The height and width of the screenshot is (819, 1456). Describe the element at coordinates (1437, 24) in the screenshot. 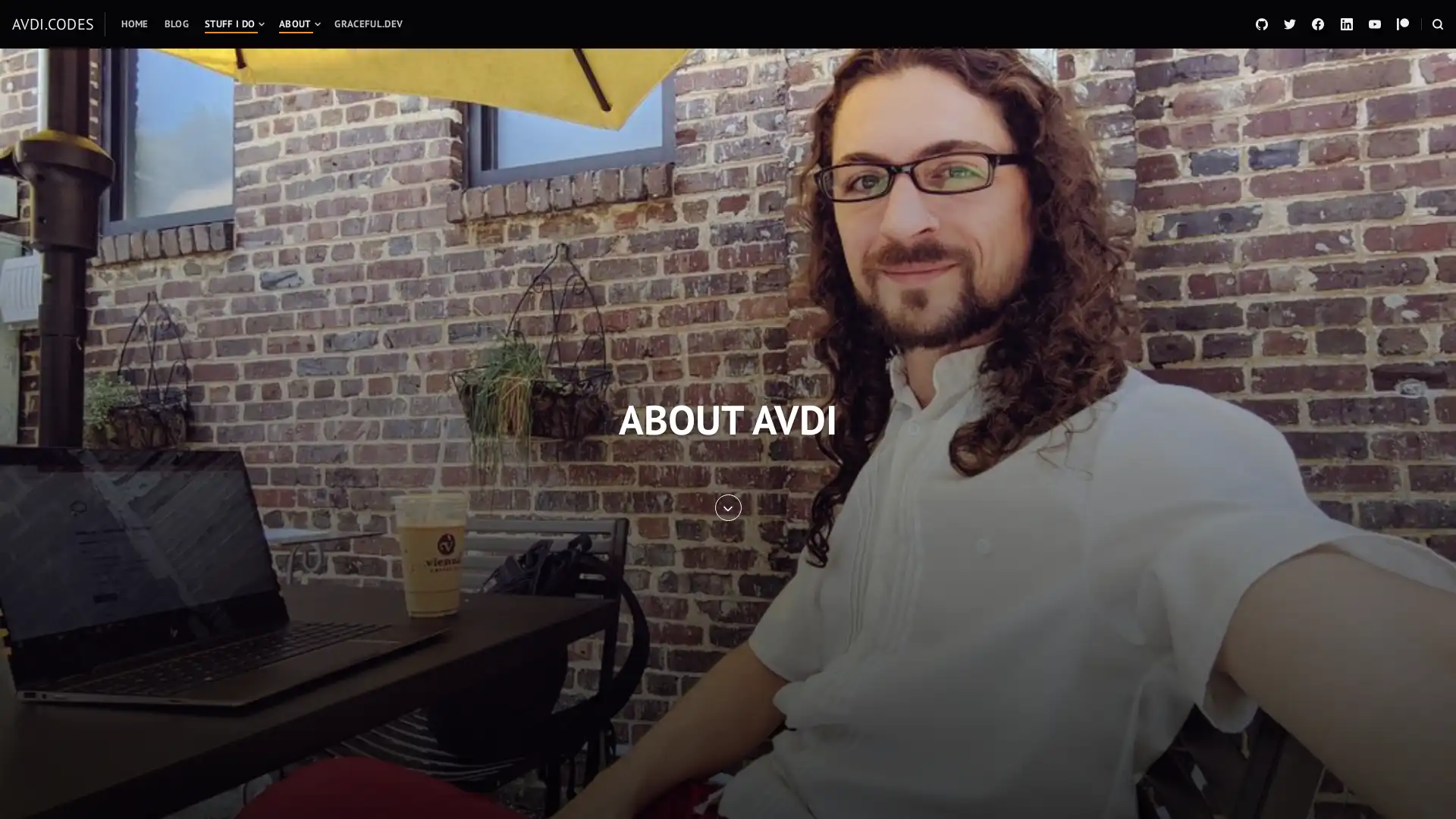

I see `OPEN A SEARCH FORM IN A MODAL WINDOW` at that location.